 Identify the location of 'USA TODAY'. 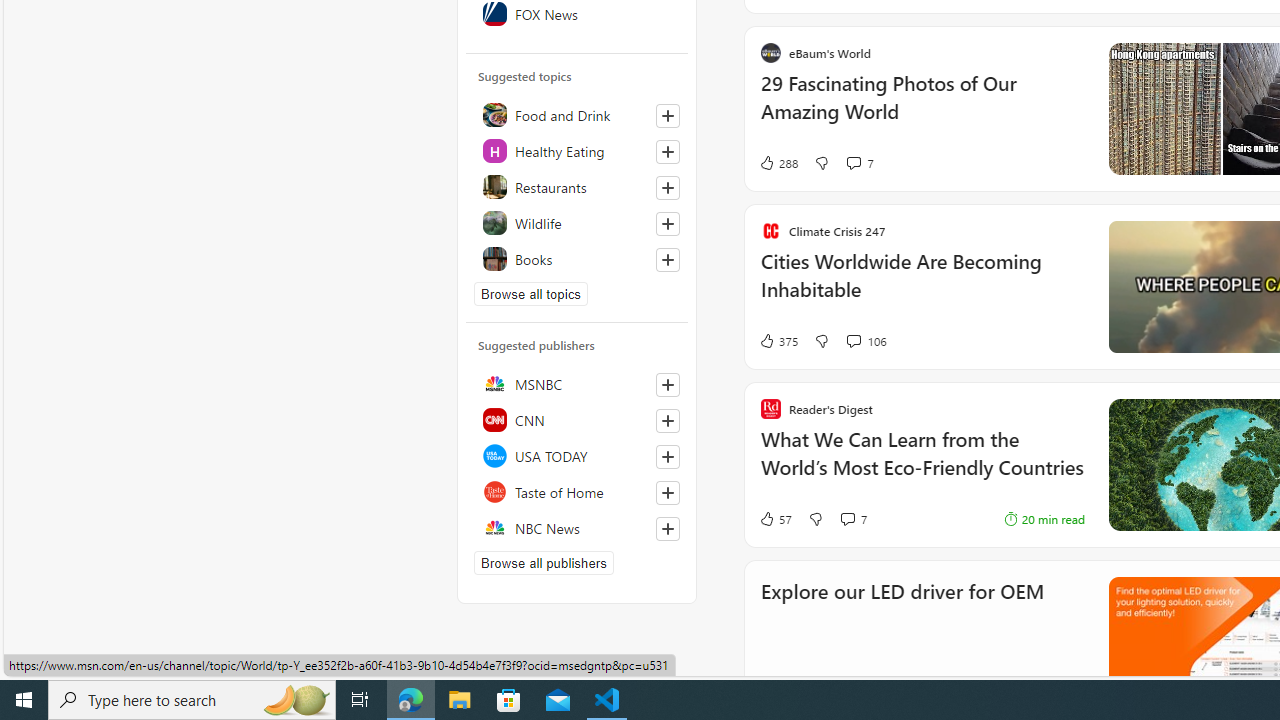
(576, 456).